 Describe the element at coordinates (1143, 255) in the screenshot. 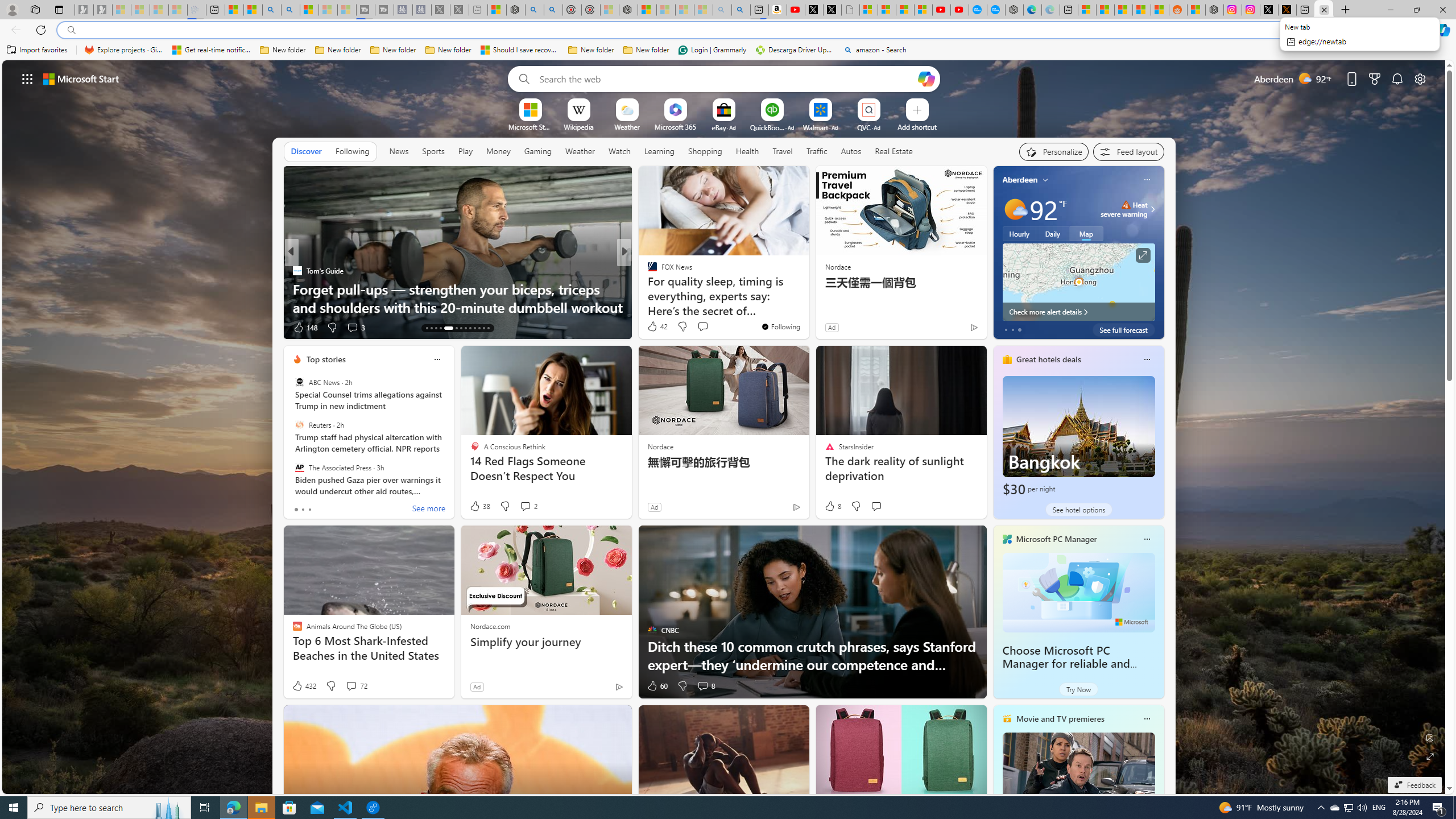

I see `'Click to see more information'` at that location.